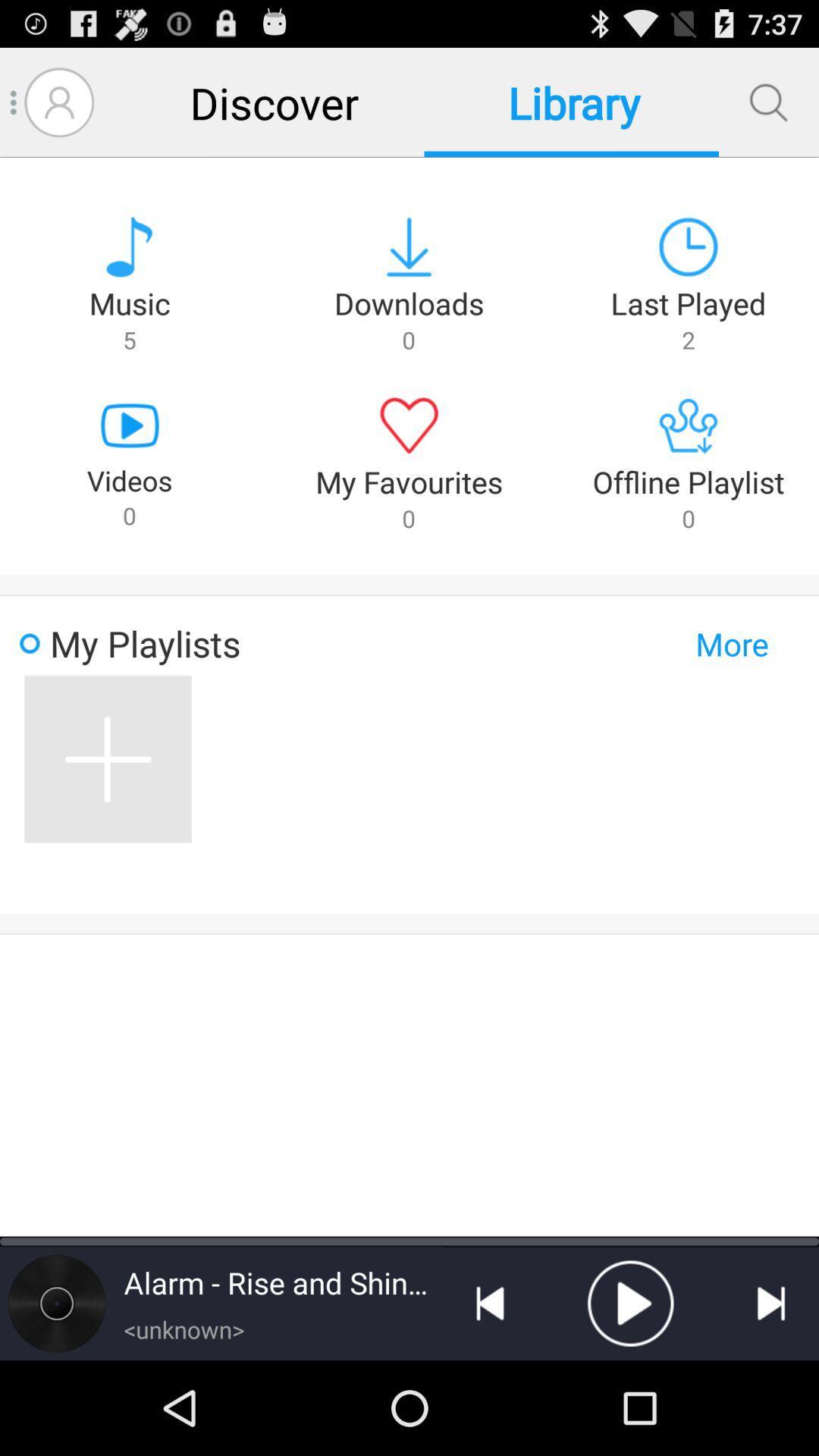  Describe the element at coordinates (771, 1302) in the screenshot. I see `next item` at that location.